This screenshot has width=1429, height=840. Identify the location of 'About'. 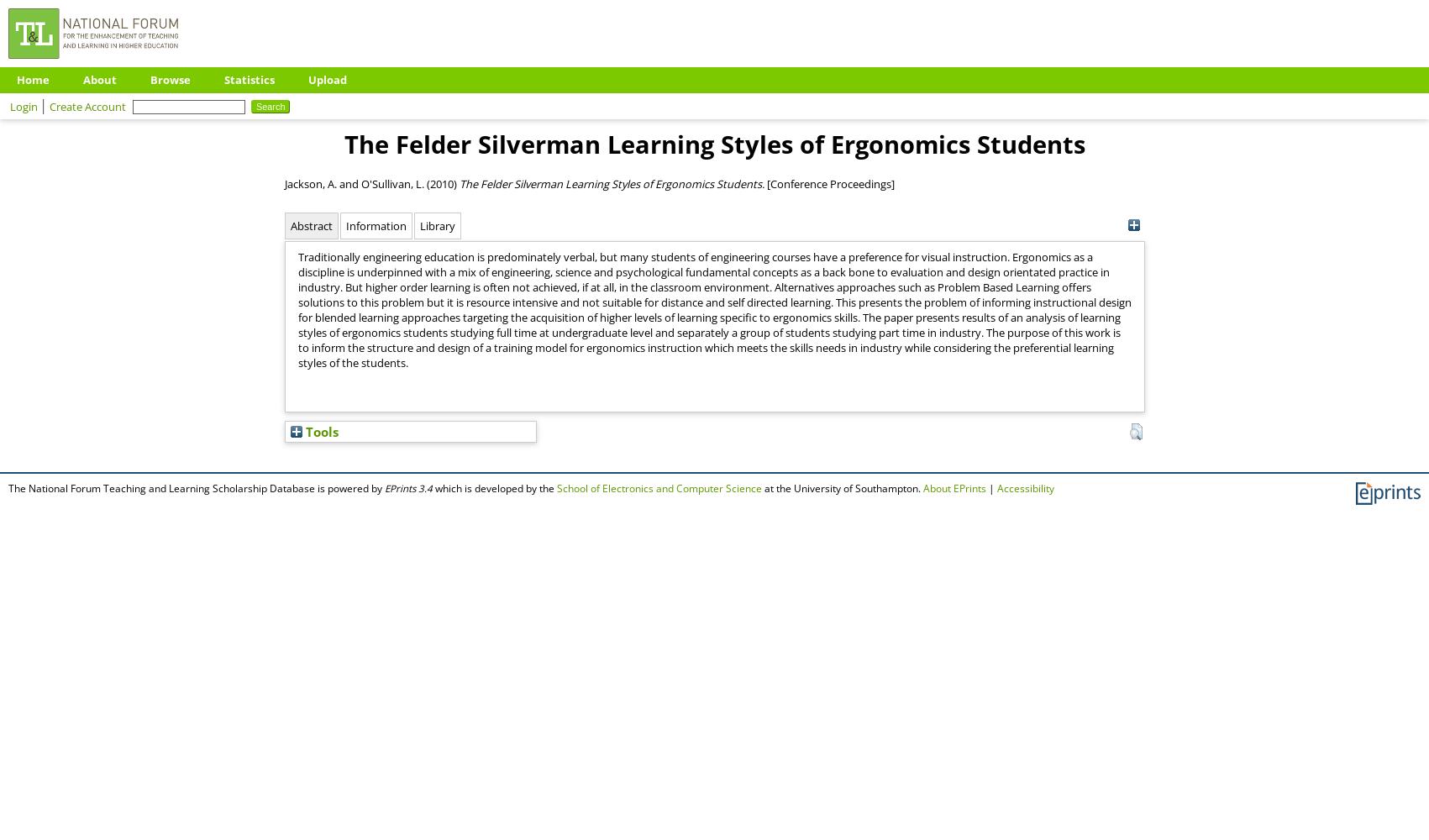
(100, 79).